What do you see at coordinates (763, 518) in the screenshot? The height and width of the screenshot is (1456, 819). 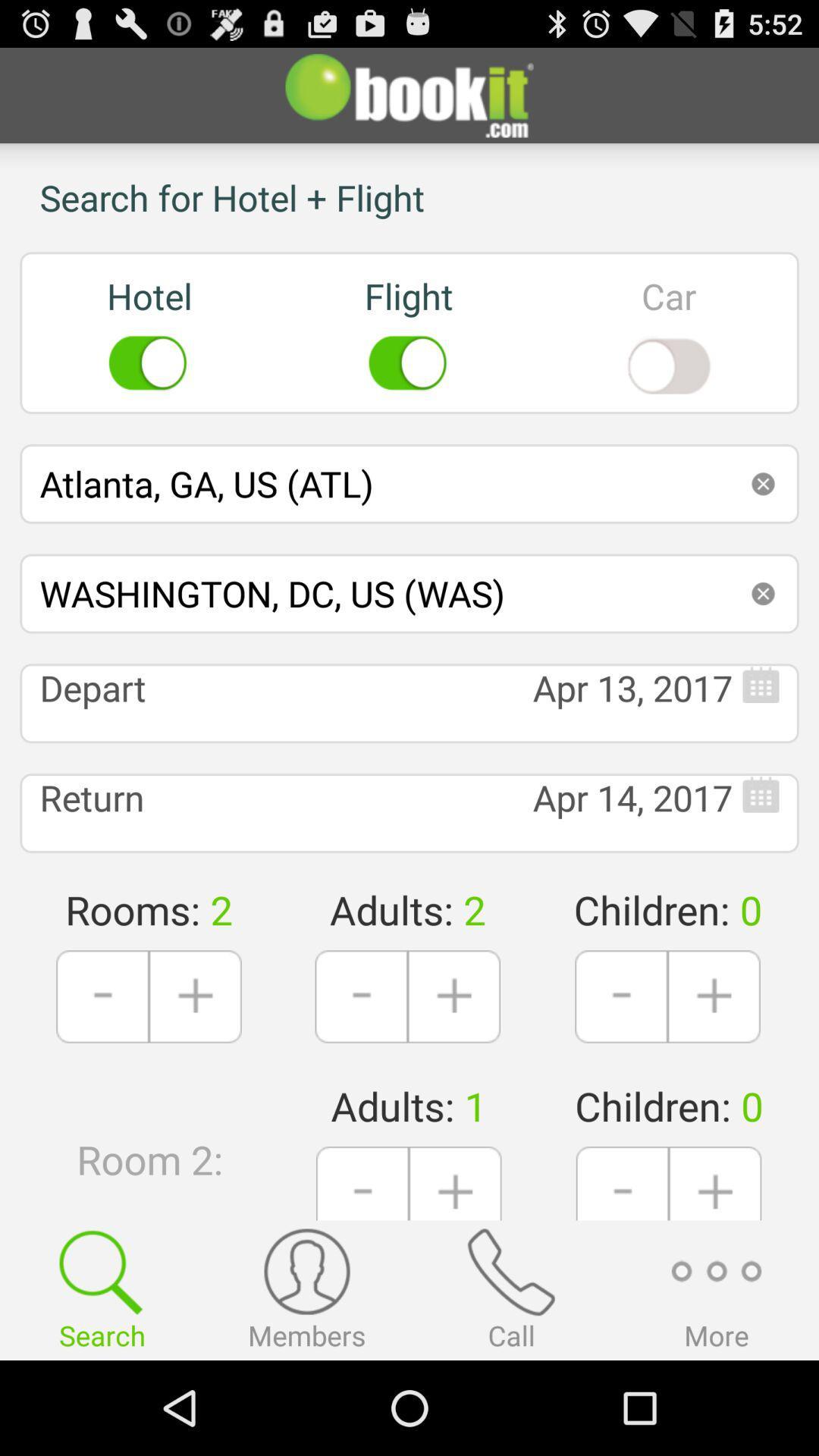 I see `the close icon` at bounding box center [763, 518].